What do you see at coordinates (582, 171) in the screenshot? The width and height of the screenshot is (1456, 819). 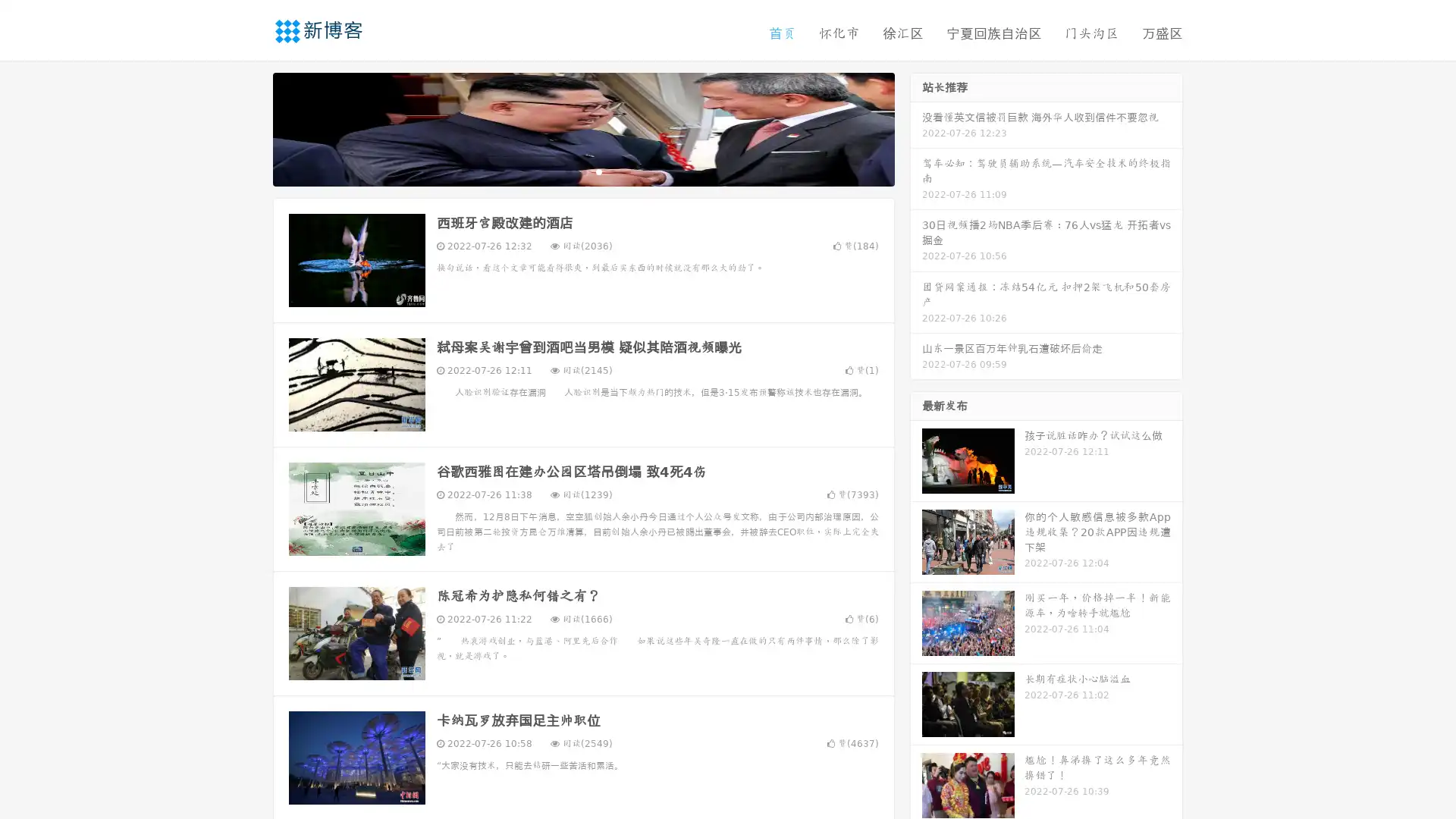 I see `Go to slide 2` at bounding box center [582, 171].